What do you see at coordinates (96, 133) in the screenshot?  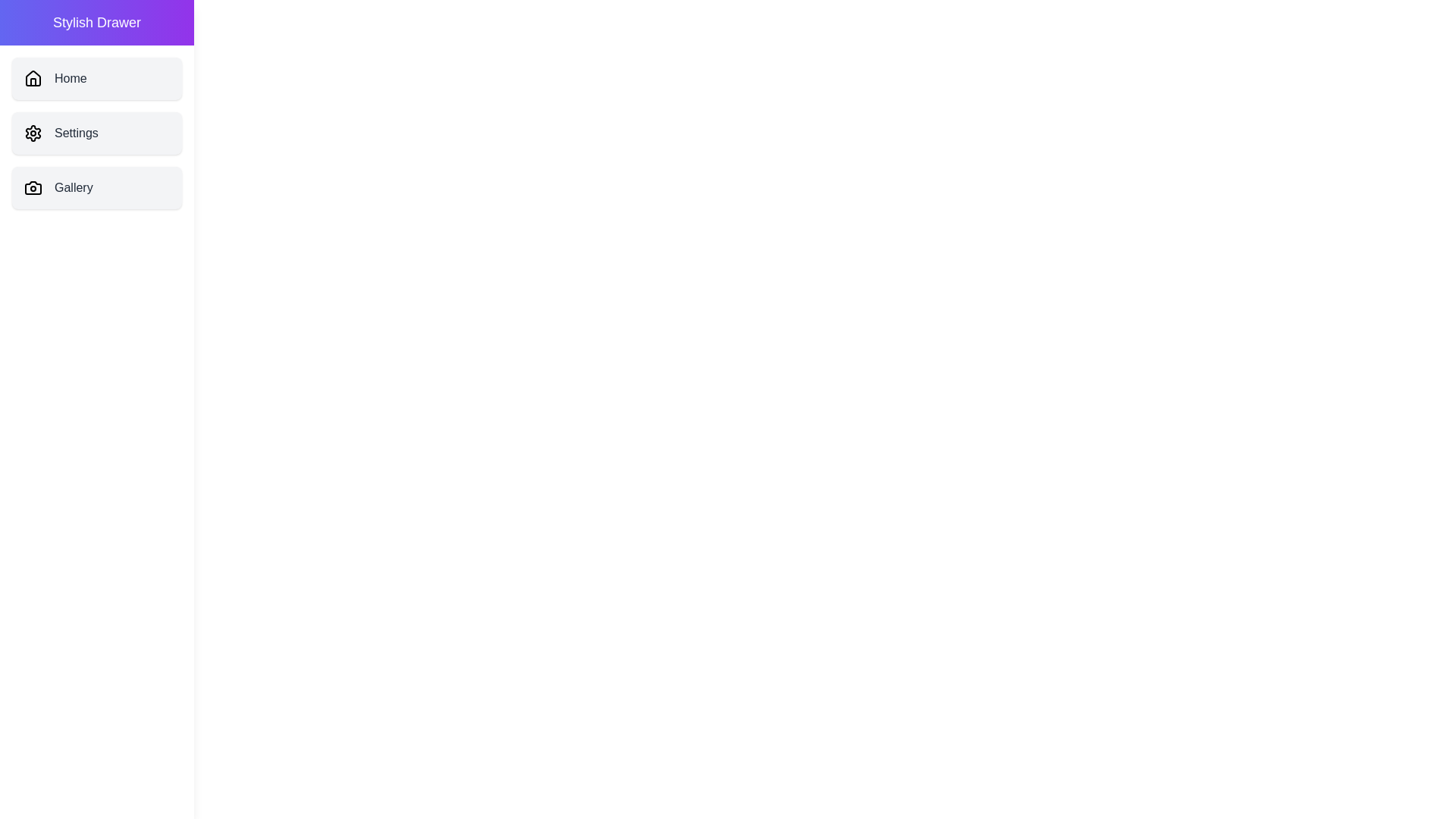 I see `the menu item Settings from the StylishDrawer component` at bounding box center [96, 133].